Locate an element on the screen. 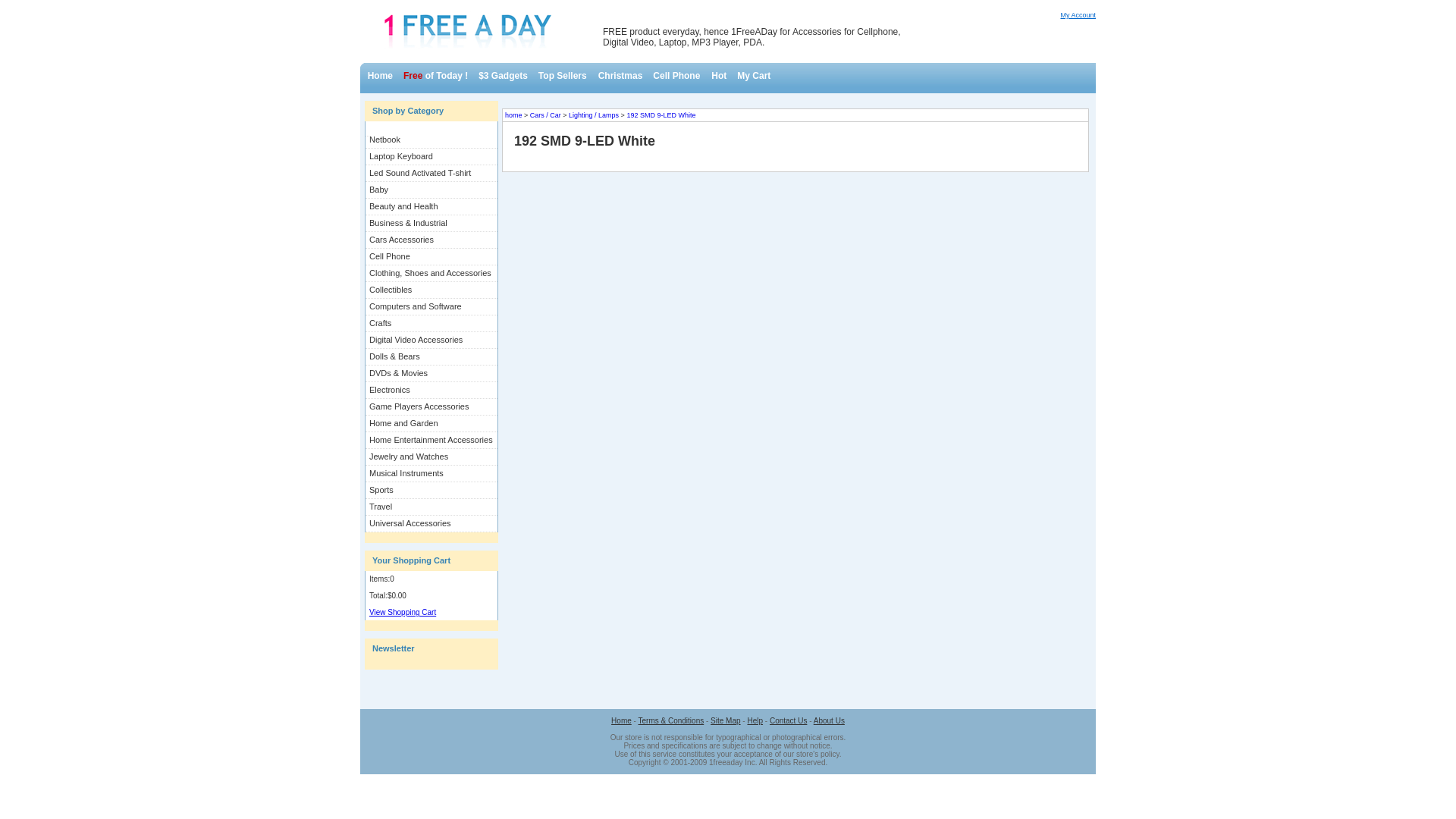  'Home' is located at coordinates (380, 76).